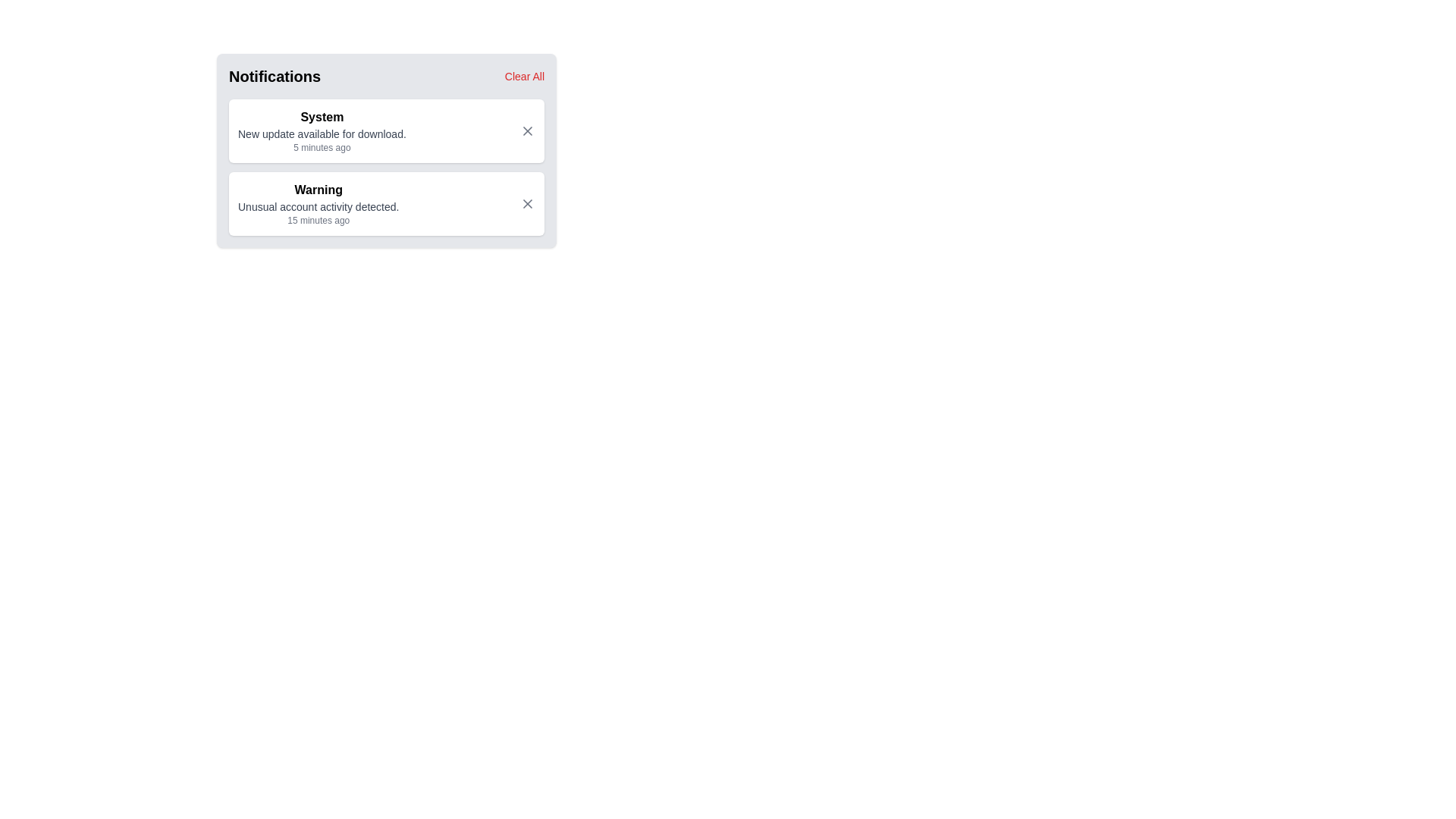 This screenshot has height=819, width=1456. Describe the element at coordinates (528, 130) in the screenshot. I see `the 'X' icon of the close button in the top-right corner of the 'System' notification` at that location.